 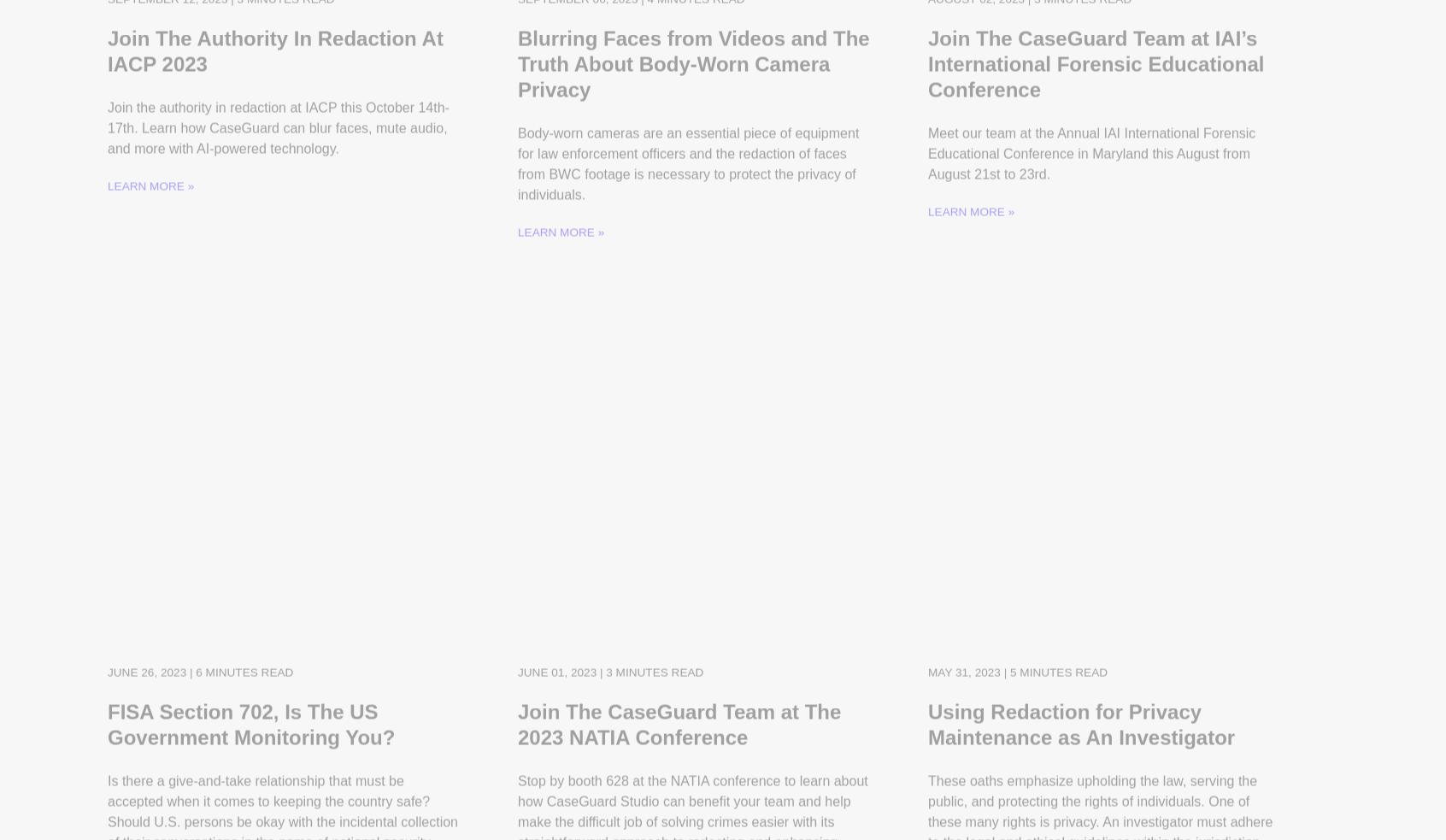 I want to click on 'Join the authority in redaction at IACP this October 14th-17th. Learn how CaseGuard can blur faces, mute audio, and more with AI-powered technology.', so click(x=277, y=158).